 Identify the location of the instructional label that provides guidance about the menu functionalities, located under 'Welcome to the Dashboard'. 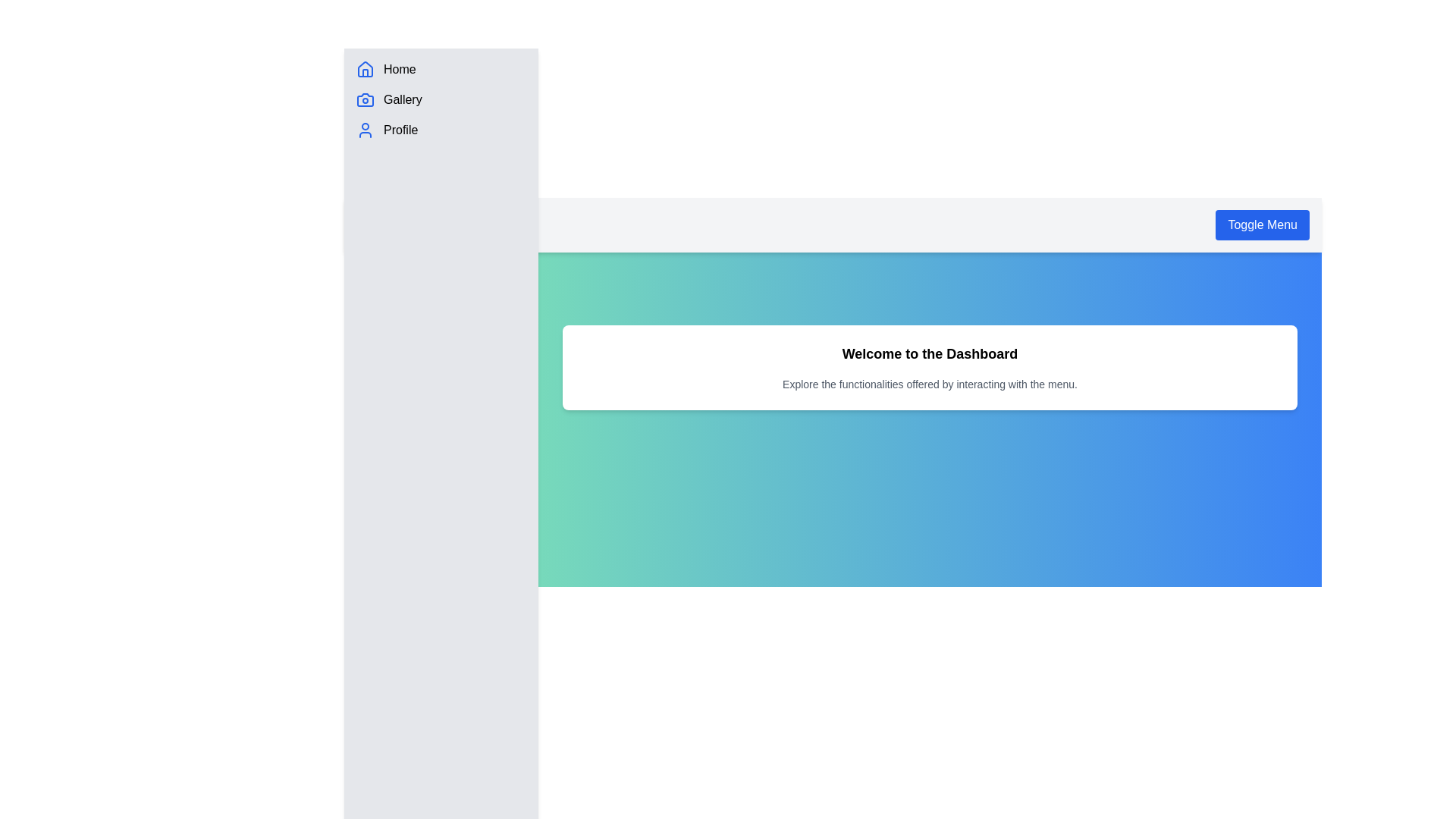
(929, 383).